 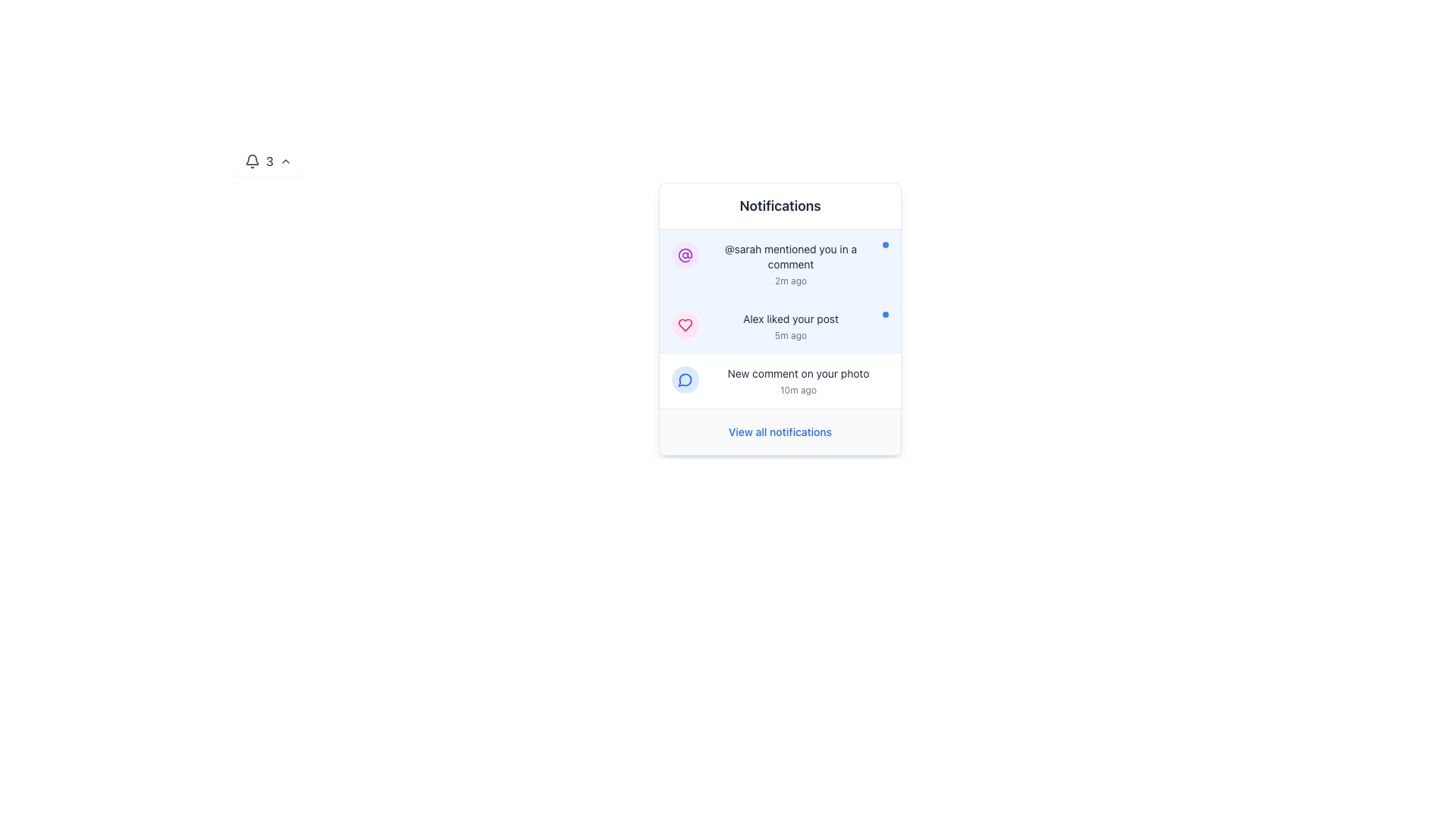 What do you see at coordinates (684, 254) in the screenshot?
I see `the details of the circular icon with a purple background and '@' symbol, located in the notification for '@sarah mentioned you in a comment 2m ago'` at bounding box center [684, 254].